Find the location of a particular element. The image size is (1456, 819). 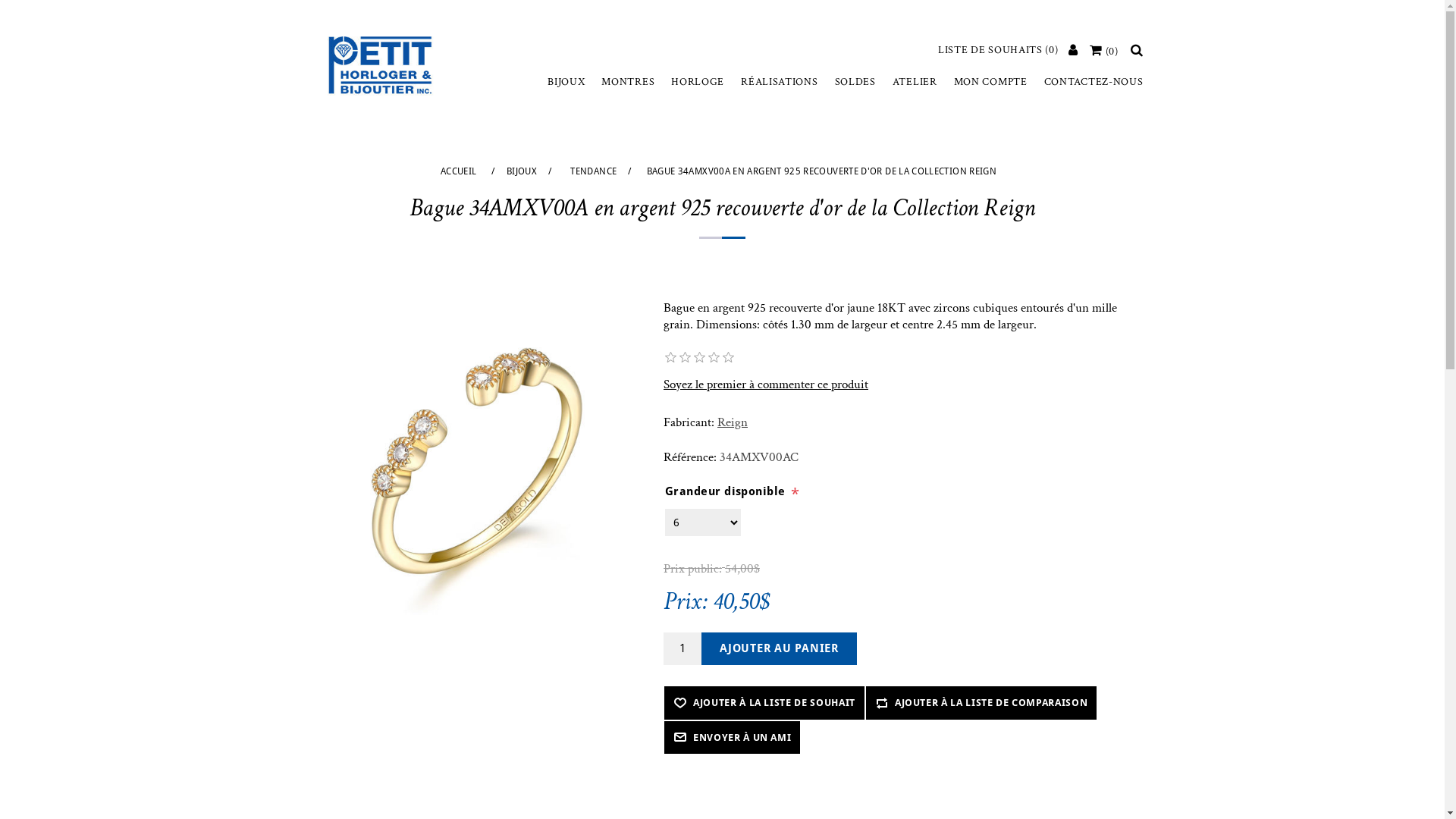

'HORLOGE' is located at coordinates (697, 82).